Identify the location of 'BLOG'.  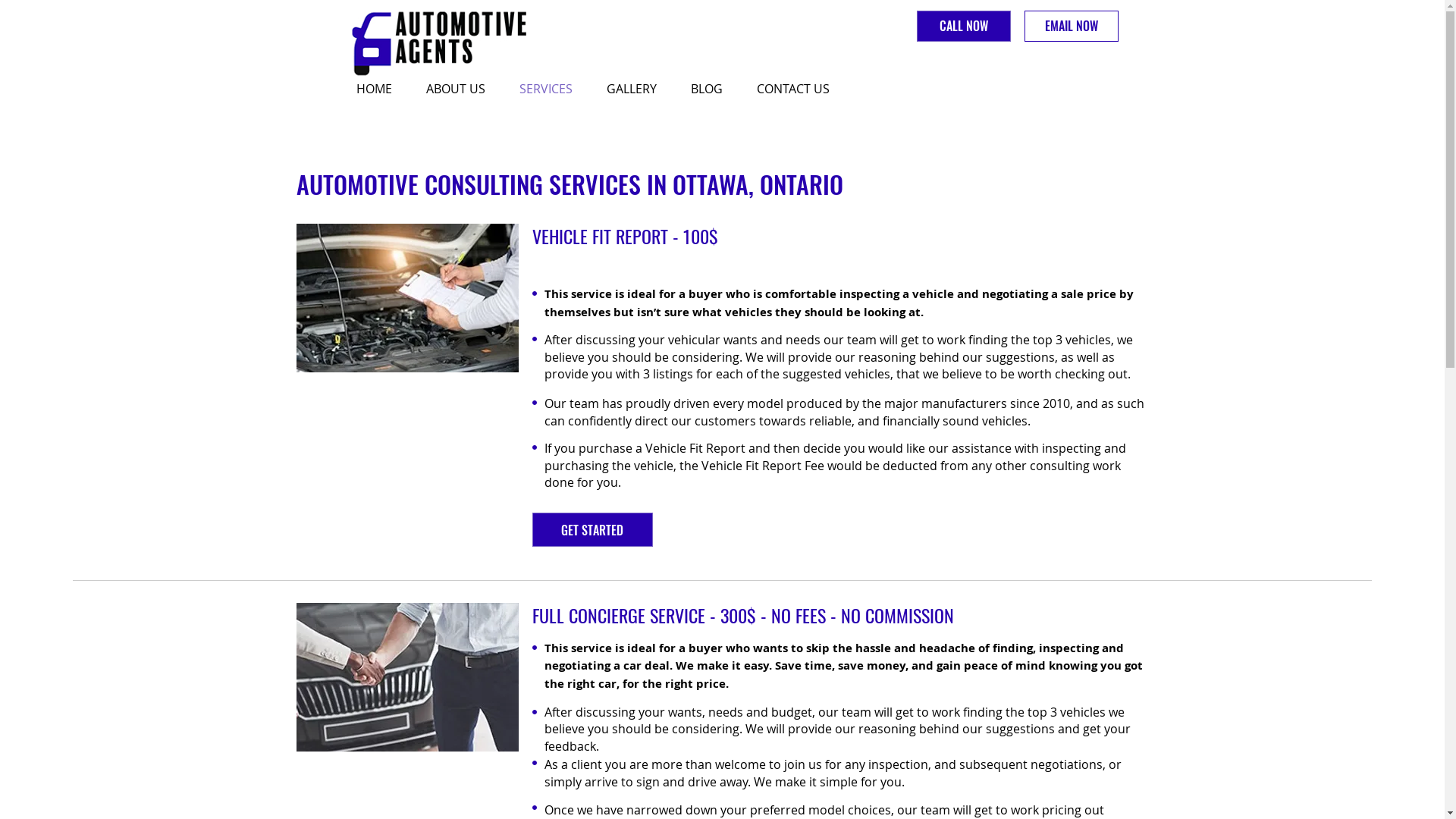
(711, 88).